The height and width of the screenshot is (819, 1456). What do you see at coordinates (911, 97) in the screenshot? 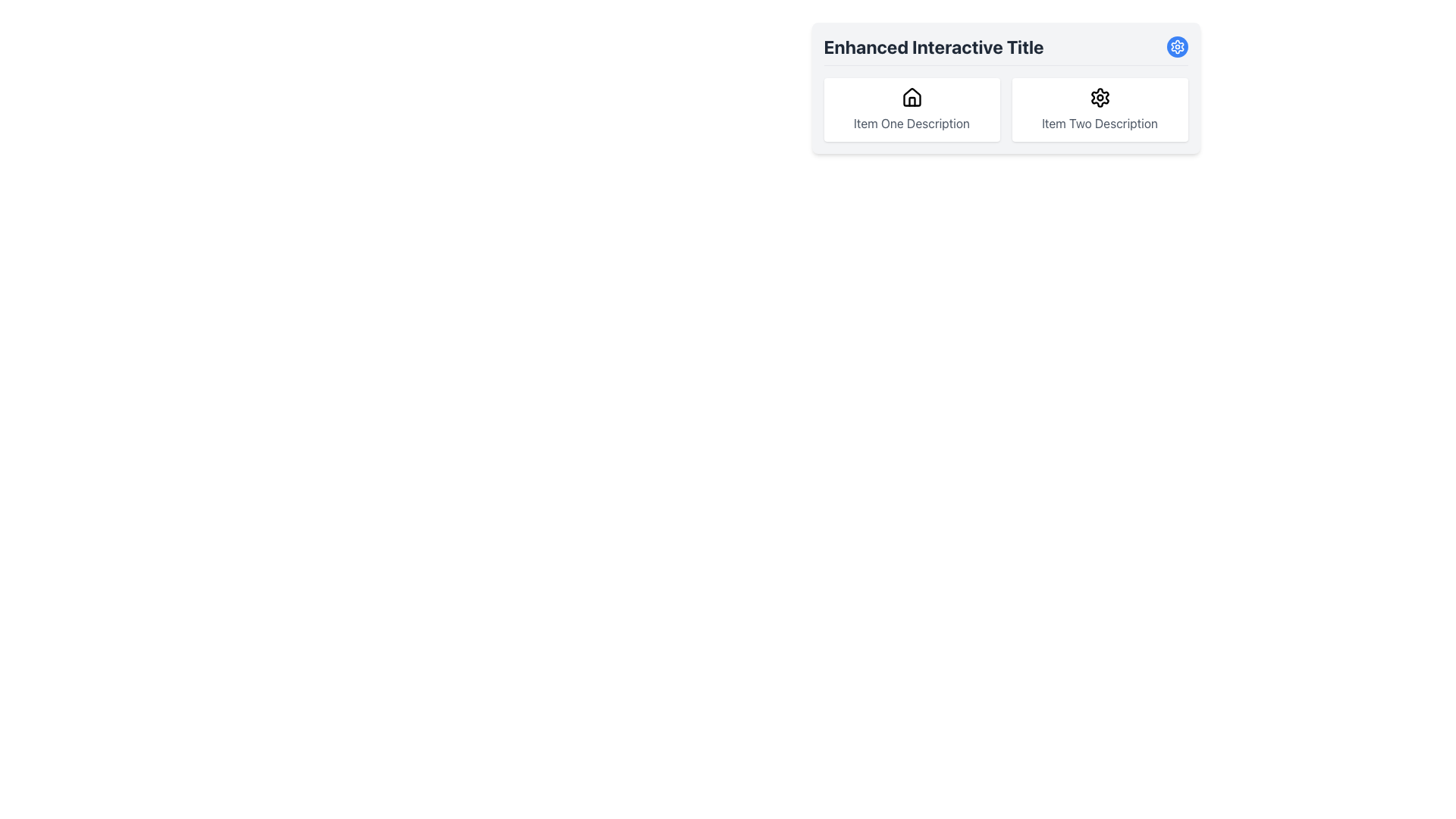
I see `the home icon located above the label 'Item One Description'` at bounding box center [911, 97].